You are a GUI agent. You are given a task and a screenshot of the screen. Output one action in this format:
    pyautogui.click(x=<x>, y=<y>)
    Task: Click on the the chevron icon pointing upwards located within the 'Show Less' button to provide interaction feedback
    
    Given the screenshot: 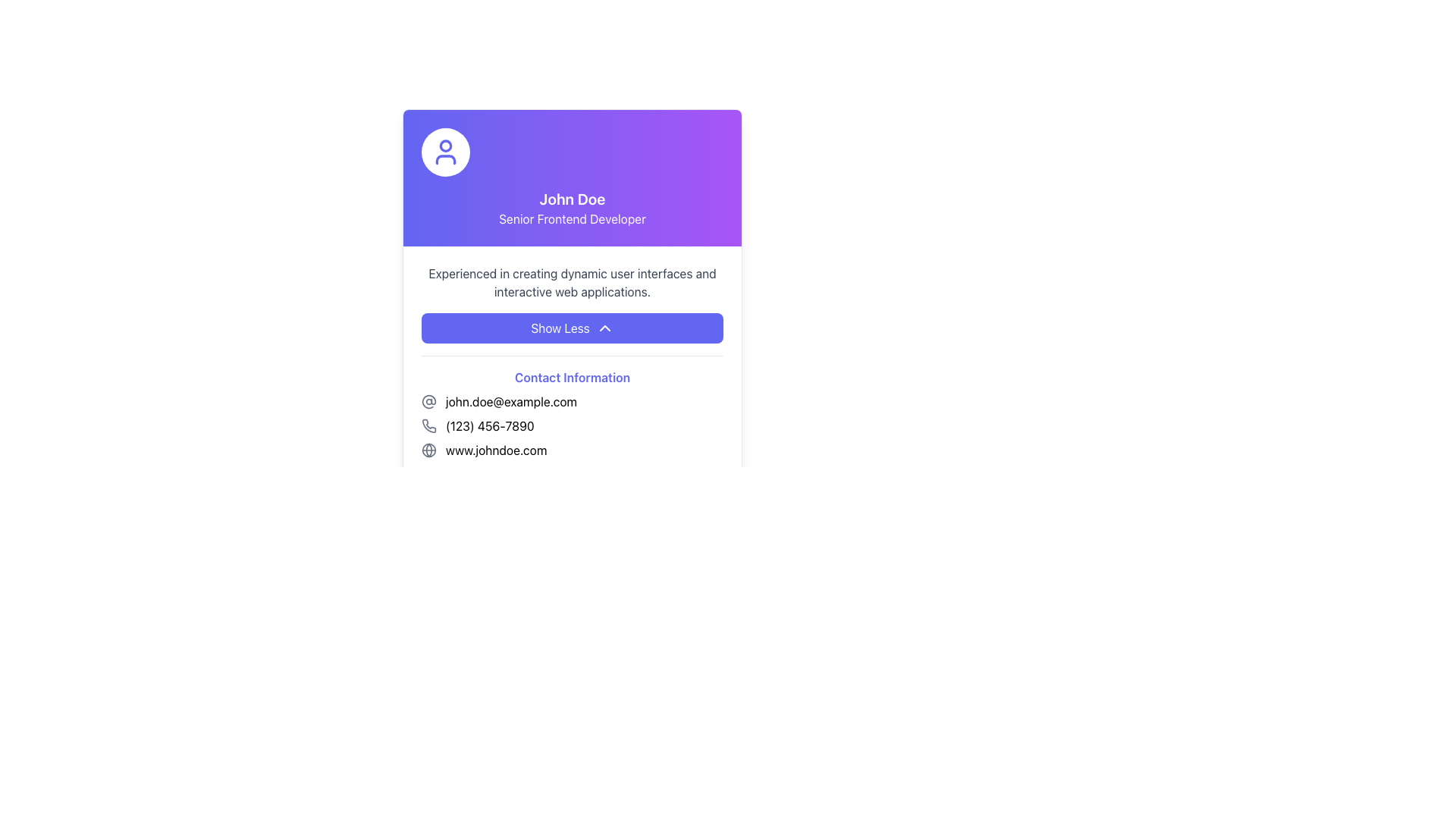 What is the action you would take?
    pyautogui.click(x=604, y=327)
    